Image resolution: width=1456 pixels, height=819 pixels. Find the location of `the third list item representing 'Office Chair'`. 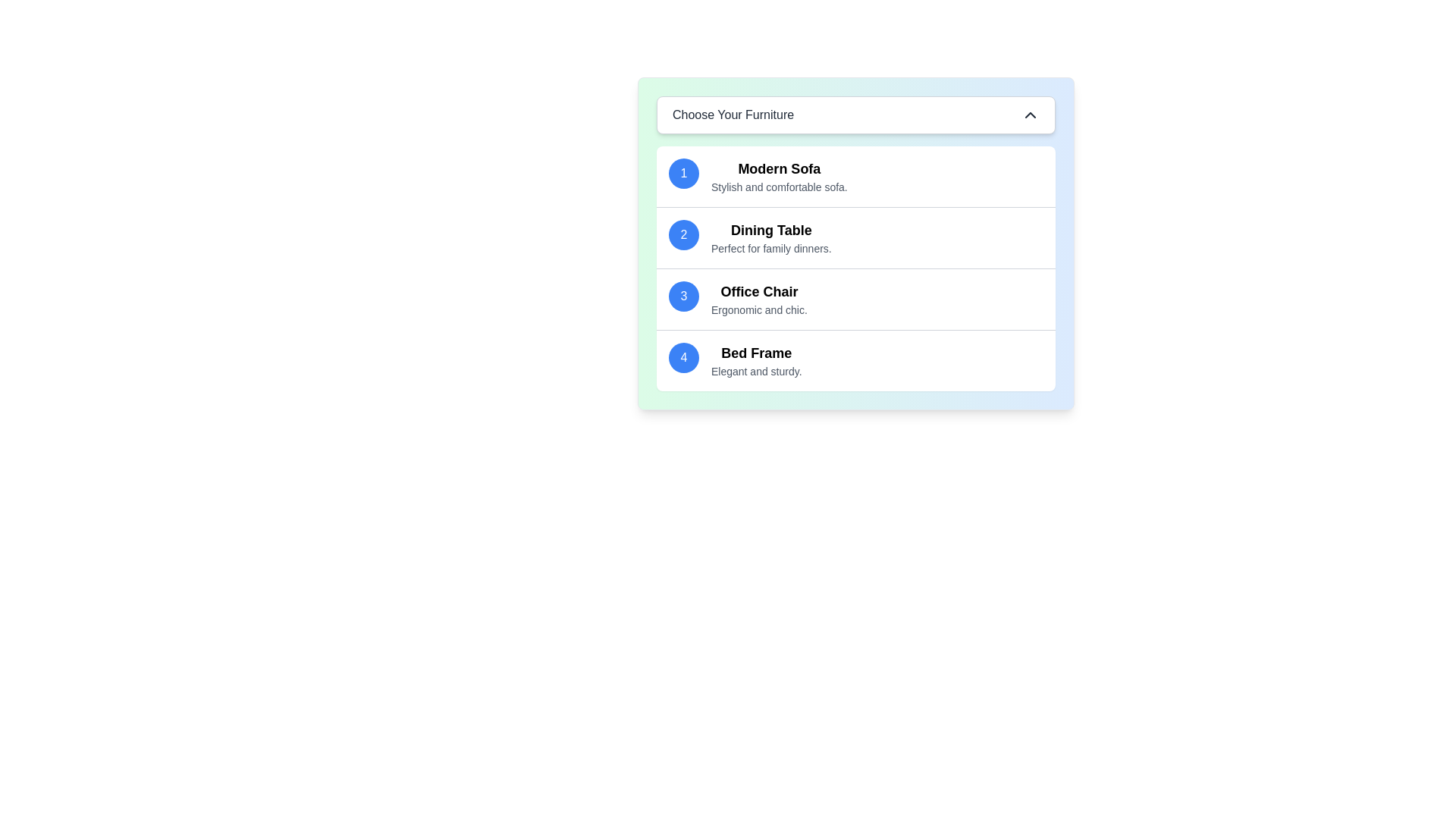

the third list item representing 'Office Chair' is located at coordinates (855, 298).